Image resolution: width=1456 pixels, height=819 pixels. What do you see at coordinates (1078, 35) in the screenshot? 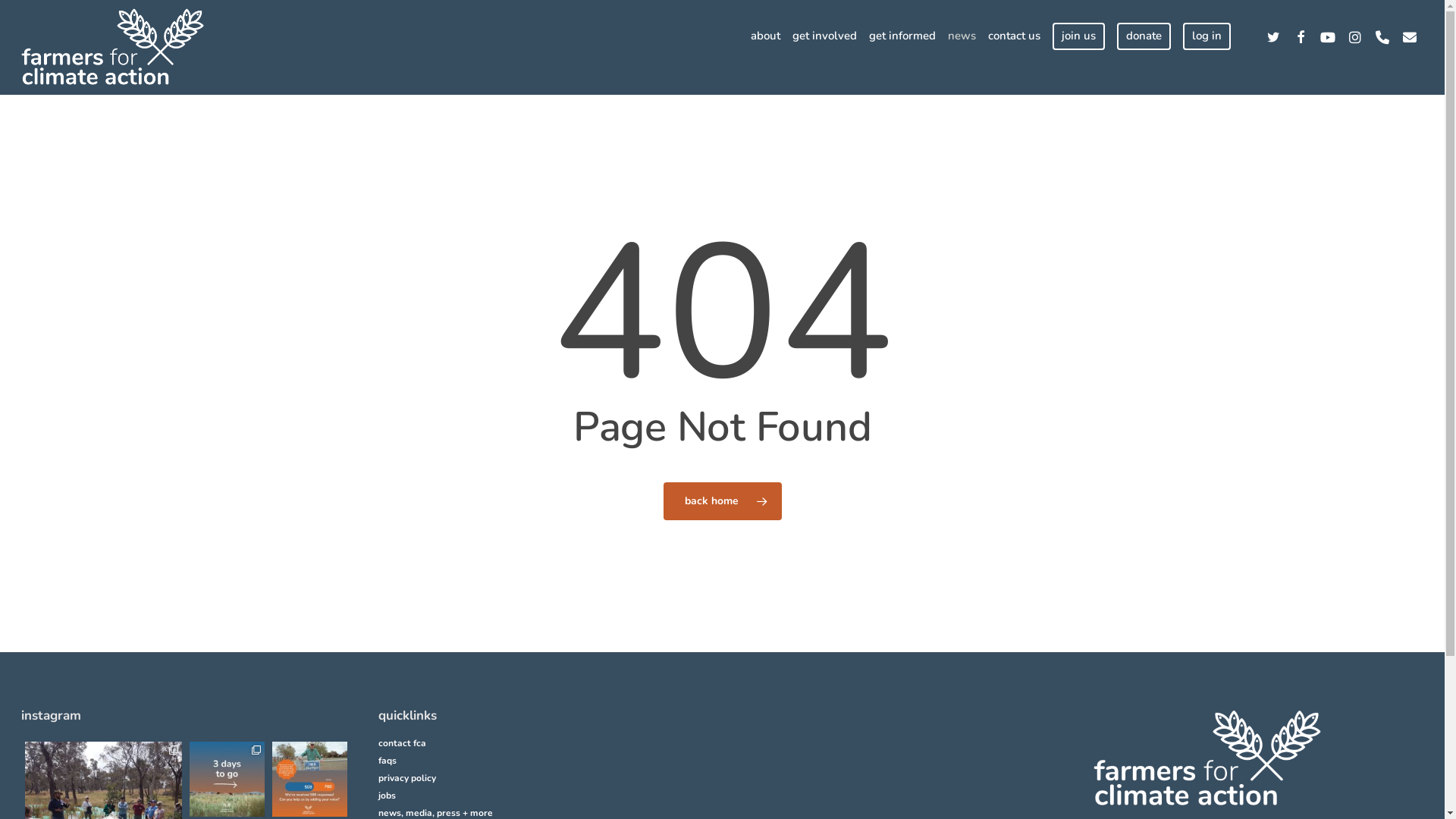
I see `'join us'` at bounding box center [1078, 35].